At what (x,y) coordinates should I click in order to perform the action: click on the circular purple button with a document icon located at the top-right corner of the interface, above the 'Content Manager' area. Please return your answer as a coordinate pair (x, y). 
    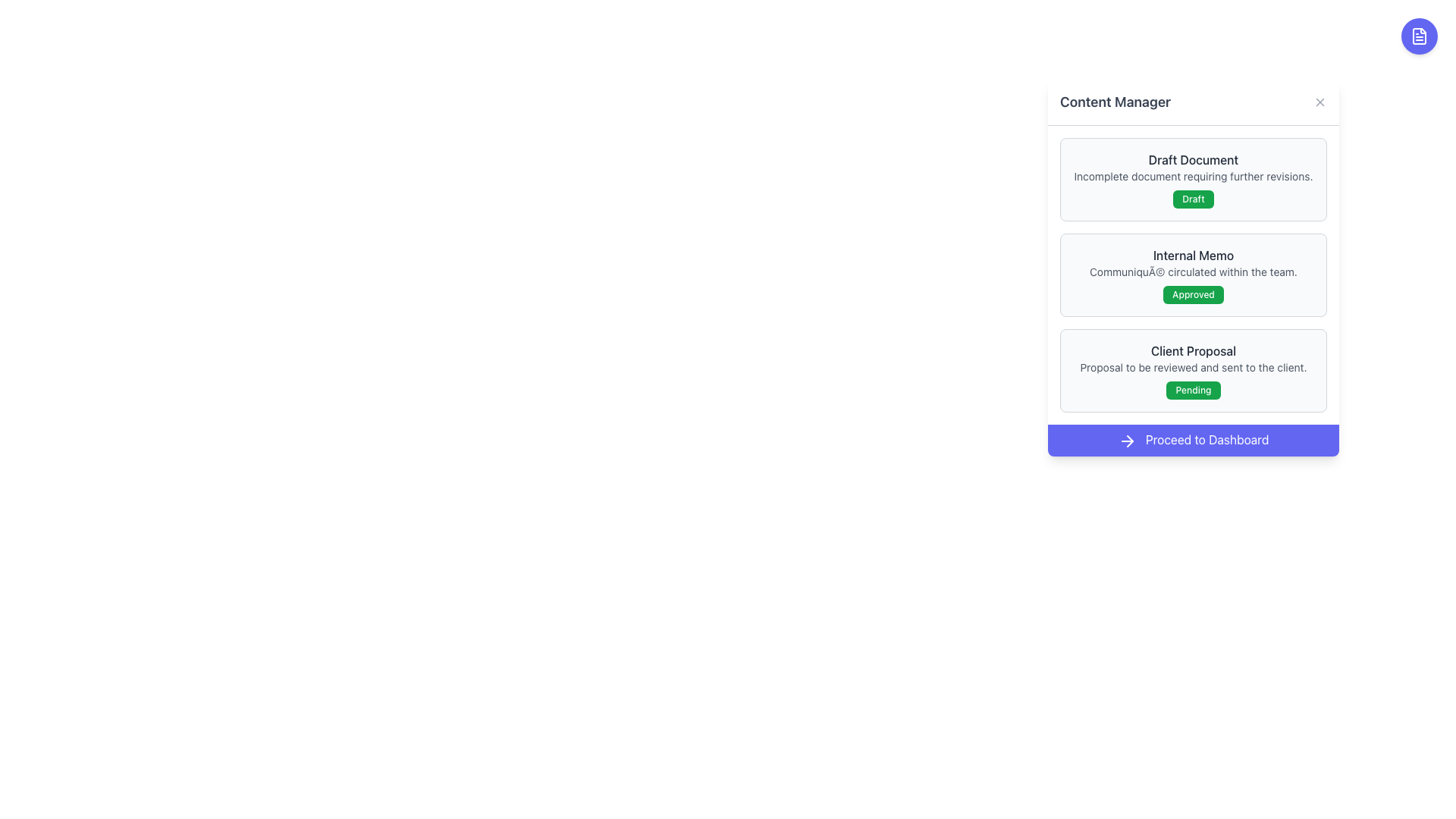
    Looking at the image, I should click on (1419, 35).